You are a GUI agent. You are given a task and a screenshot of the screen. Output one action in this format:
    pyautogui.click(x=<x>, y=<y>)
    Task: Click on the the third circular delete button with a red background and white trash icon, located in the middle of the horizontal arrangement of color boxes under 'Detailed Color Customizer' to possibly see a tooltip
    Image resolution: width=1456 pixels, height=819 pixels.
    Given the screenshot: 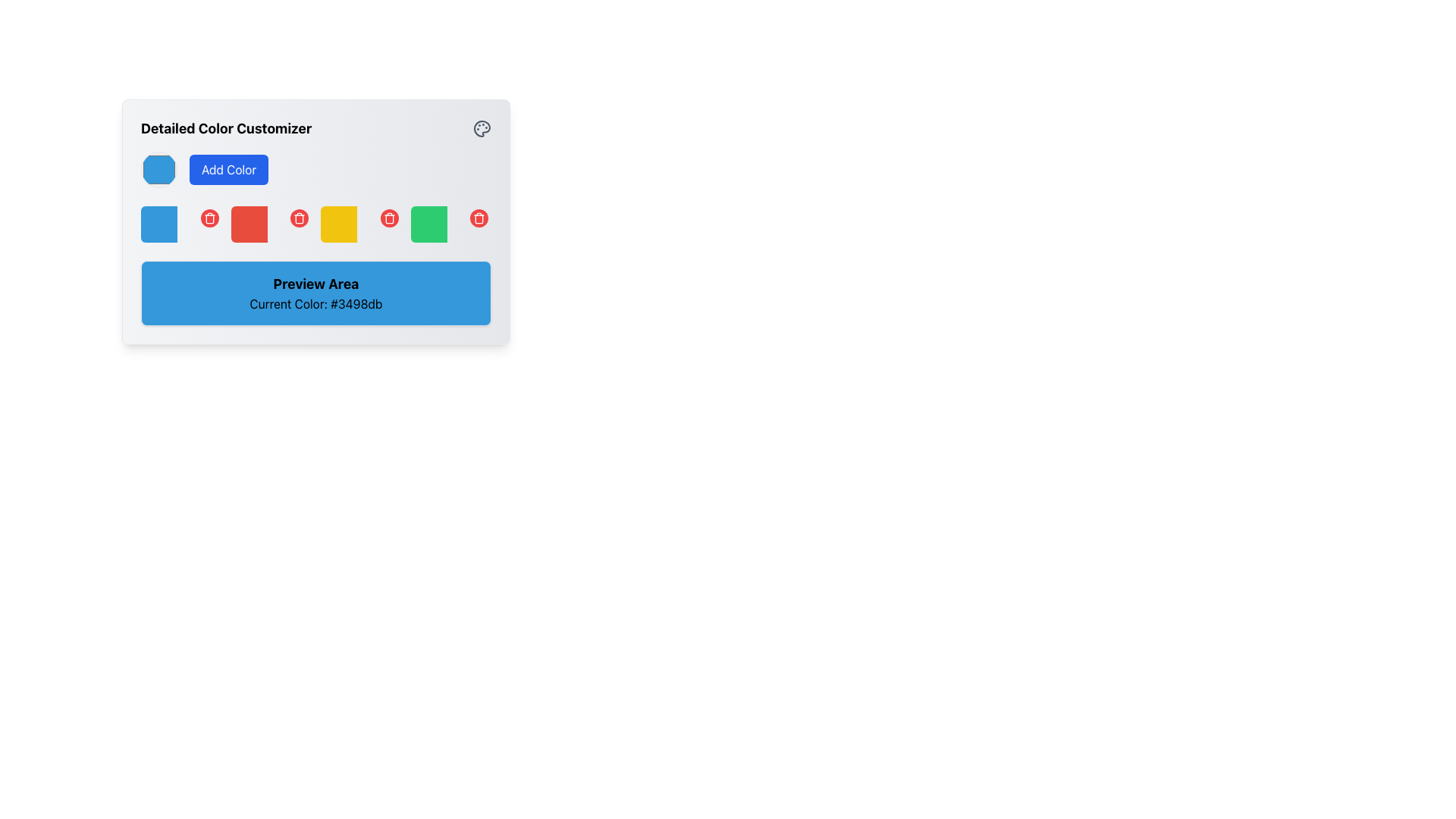 What is the action you would take?
    pyautogui.click(x=299, y=218)
    